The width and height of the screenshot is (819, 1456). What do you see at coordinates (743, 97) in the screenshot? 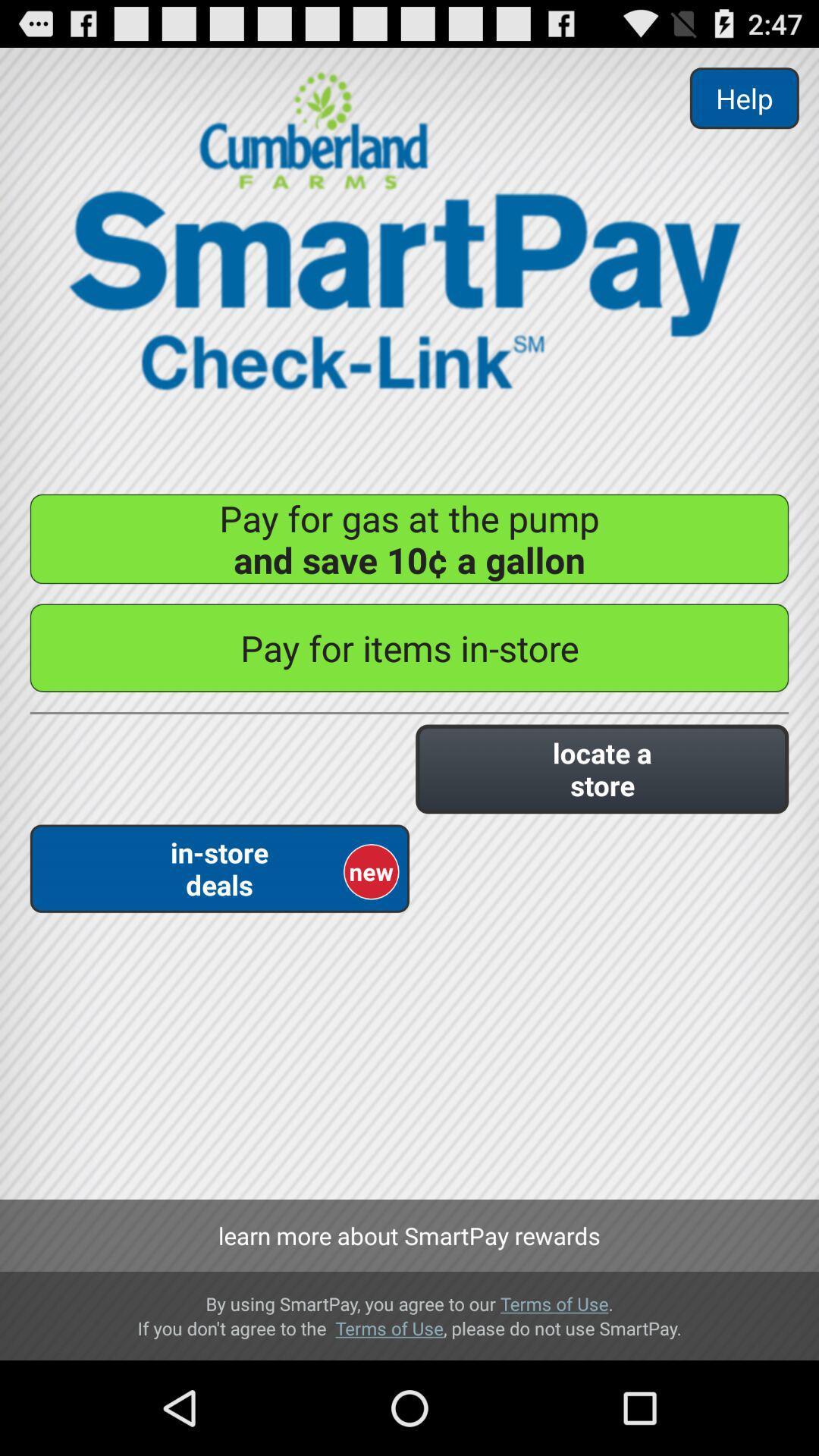
I see `item at the top right corner` at bounding box center [743, 97].